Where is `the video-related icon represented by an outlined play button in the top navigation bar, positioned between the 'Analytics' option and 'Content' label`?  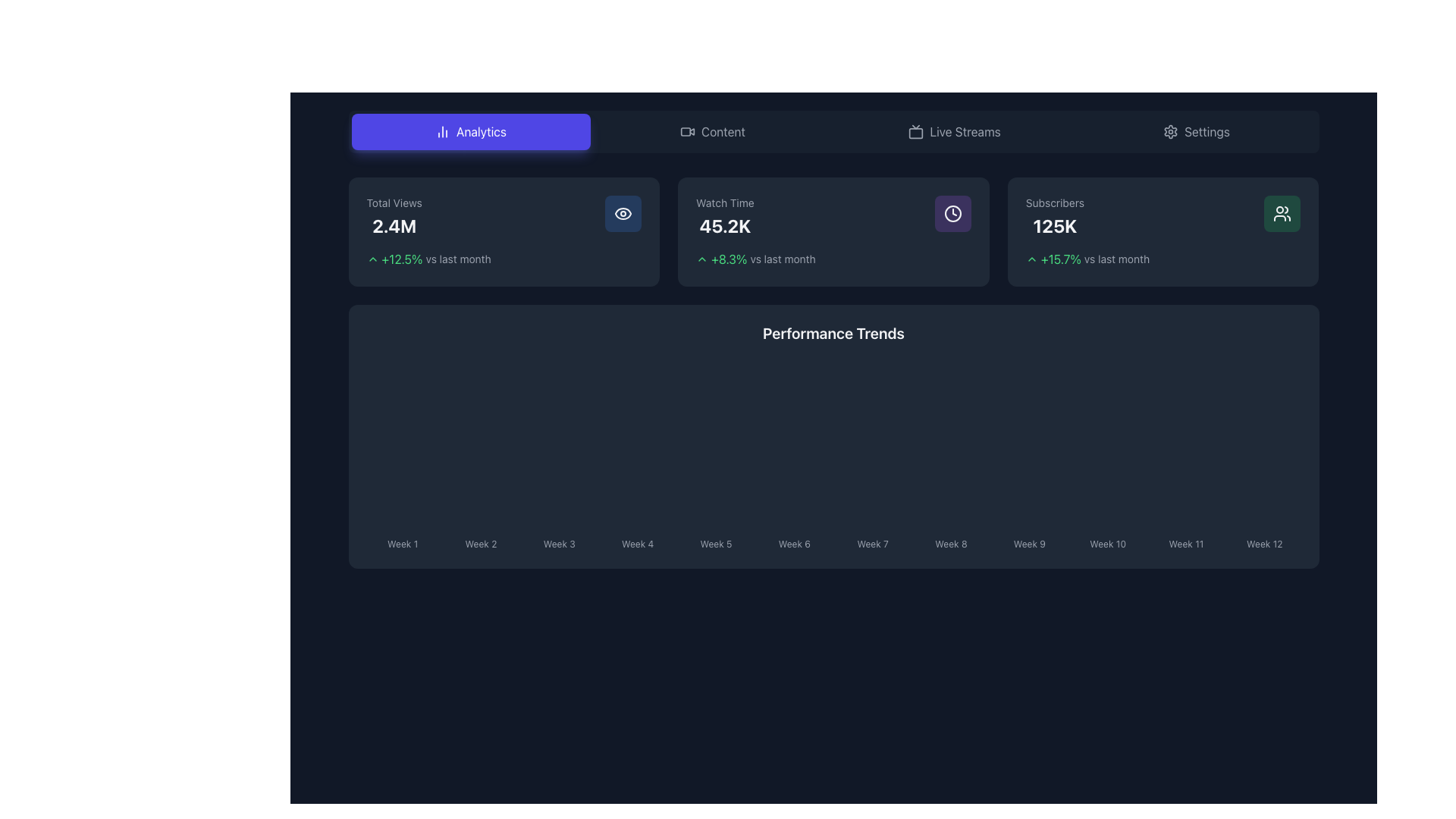 the video-related icon represented by an outlined play button in the top navigation bar, positioned between the 'Analytics' option and 'Content' label is located at coordinates (687, 130).